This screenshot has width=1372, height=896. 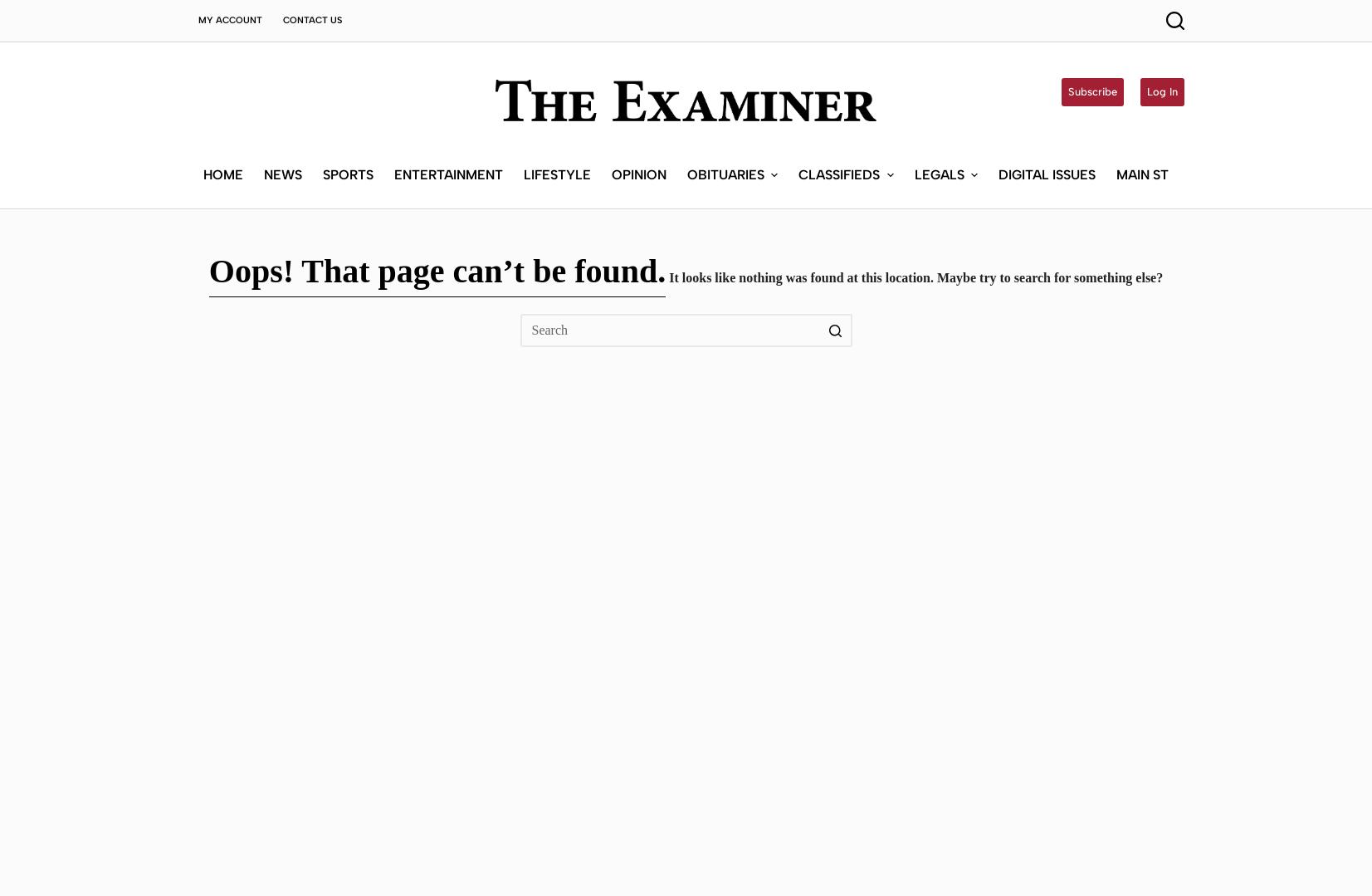 What do you see at coordinates (725, 57) in the screenshot?
I see `'Obituaries'` at bounding box center [725, 57].